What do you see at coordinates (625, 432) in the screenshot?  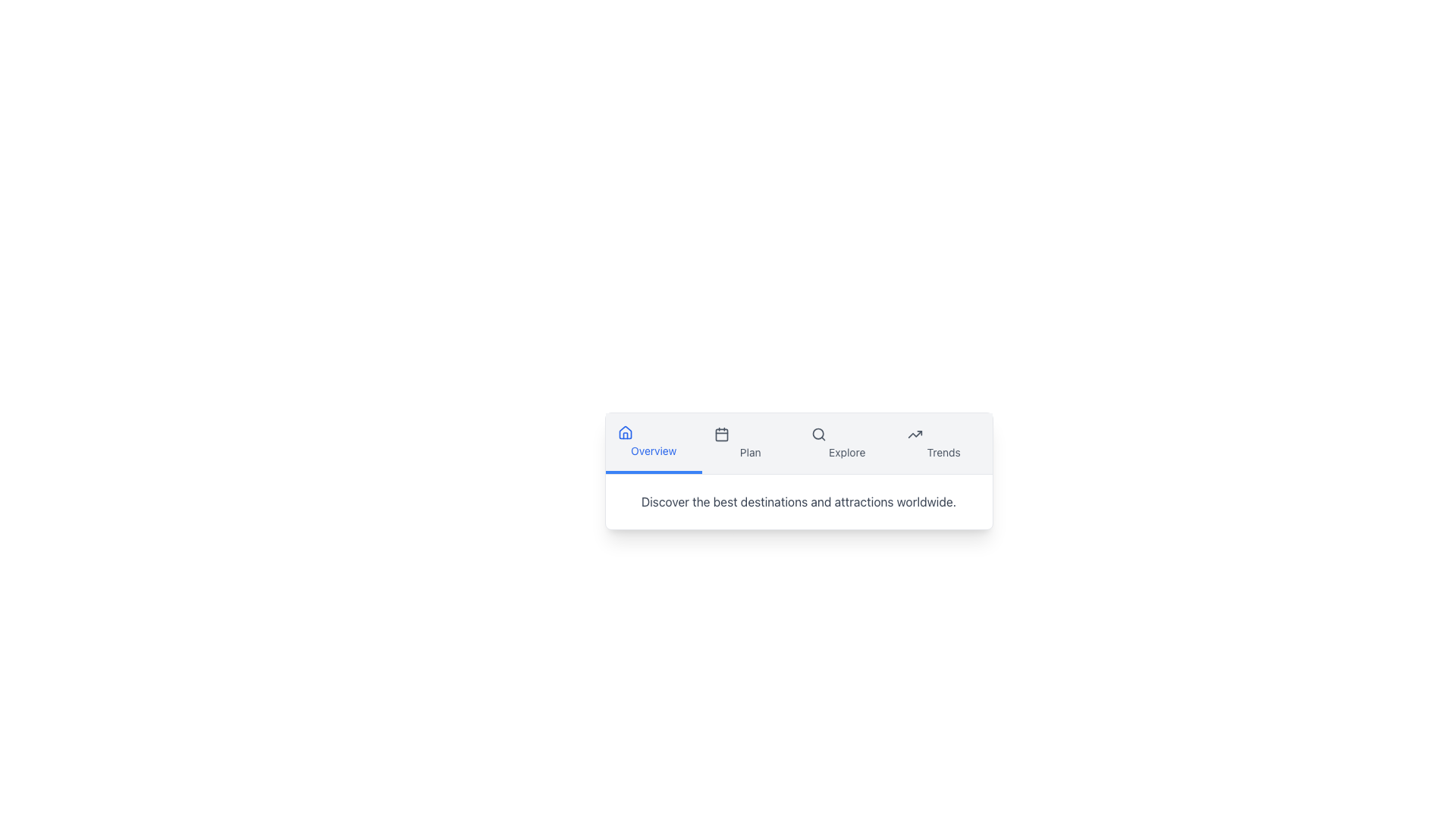 I see `the house icon representing the 'Overview' tab, located at the top-left corner of the navigation section above the 'Overview' text label` at bounding box center [625, 432].